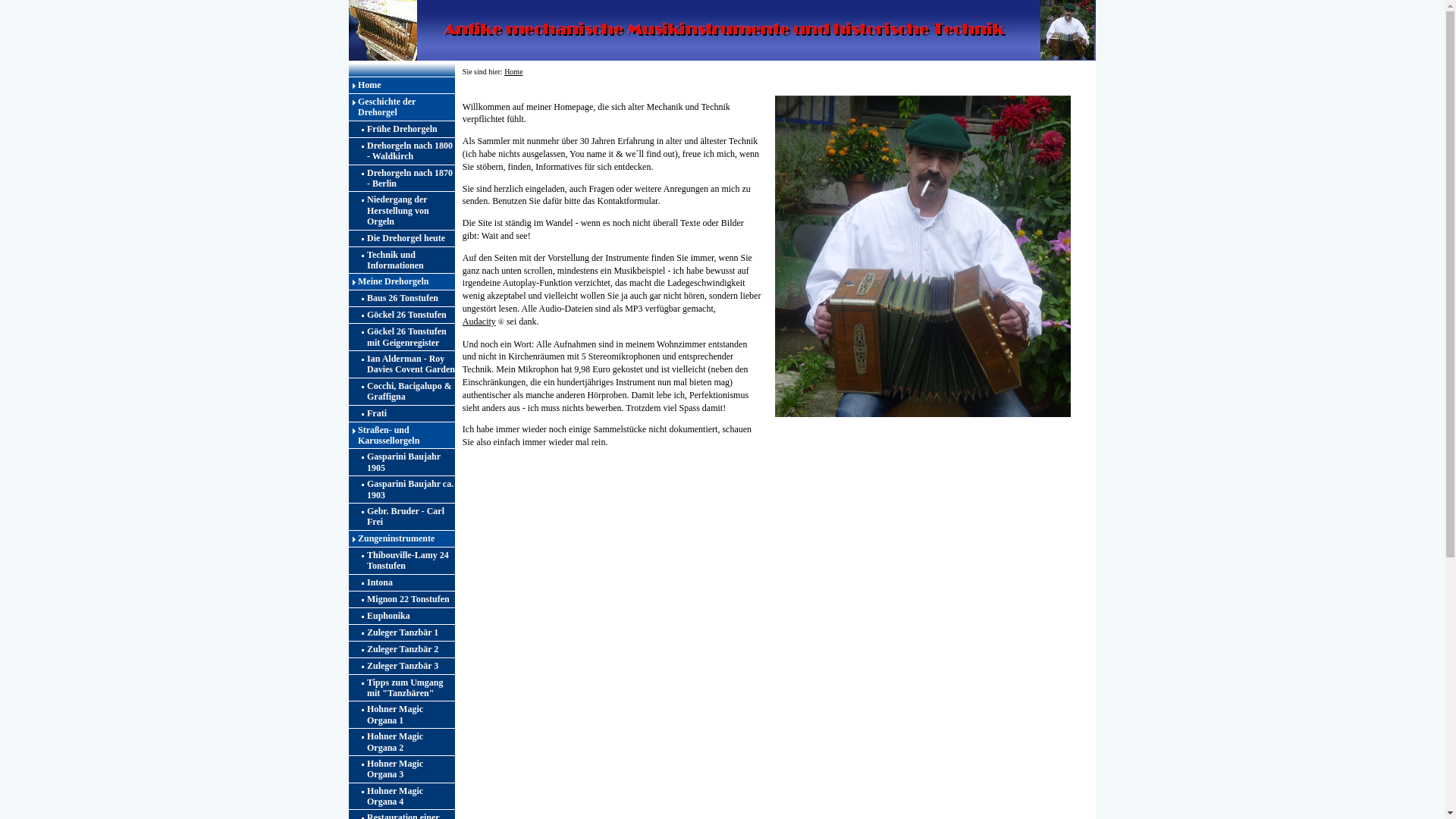 The width and height of the screenshot is (1456, 819). I want to click on 'Drehorgeln nach 1870 - Berlin', so click(401, 177).